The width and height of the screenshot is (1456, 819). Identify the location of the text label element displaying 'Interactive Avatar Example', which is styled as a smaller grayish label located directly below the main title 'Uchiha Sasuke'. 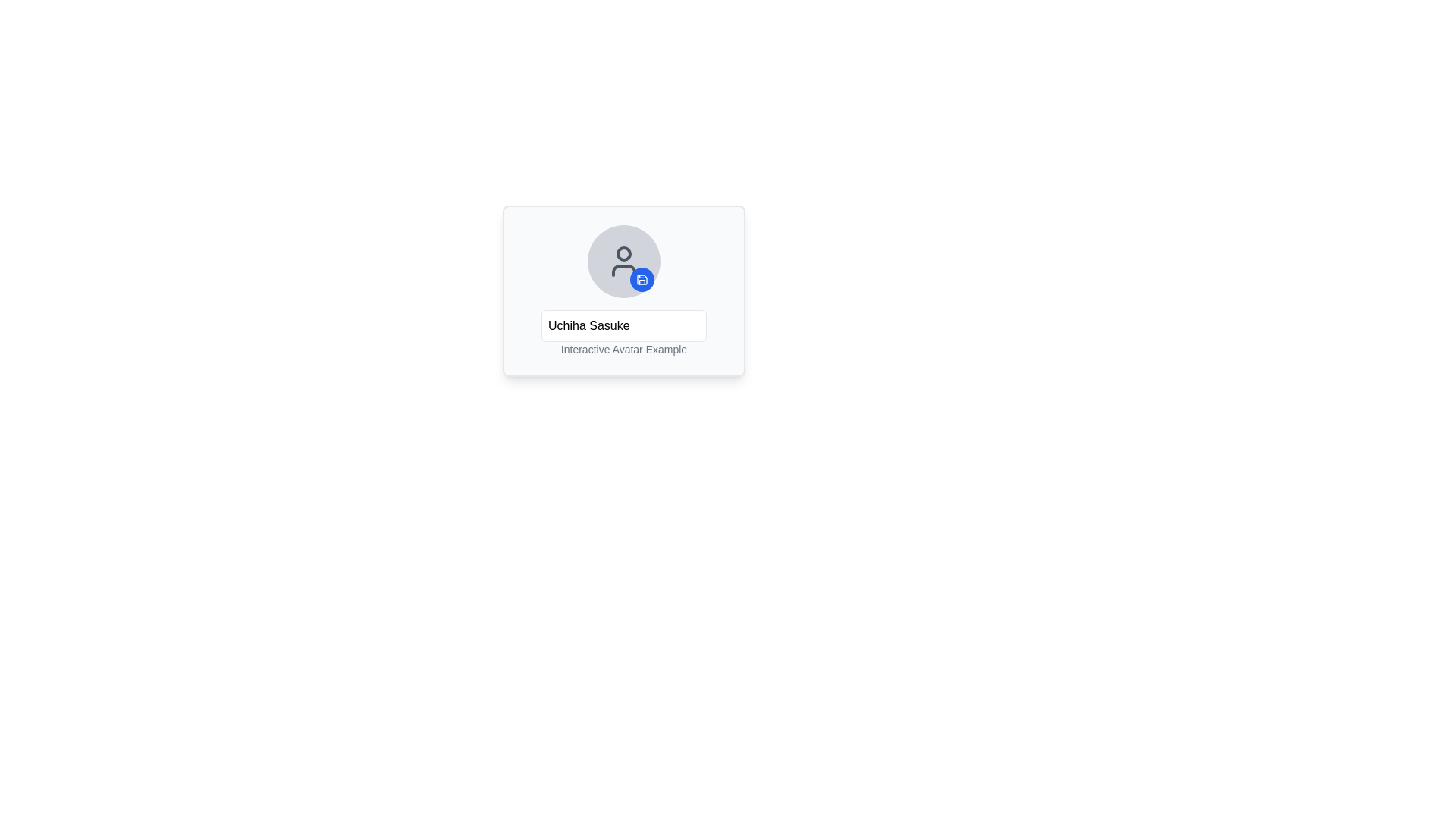
(623, 332).